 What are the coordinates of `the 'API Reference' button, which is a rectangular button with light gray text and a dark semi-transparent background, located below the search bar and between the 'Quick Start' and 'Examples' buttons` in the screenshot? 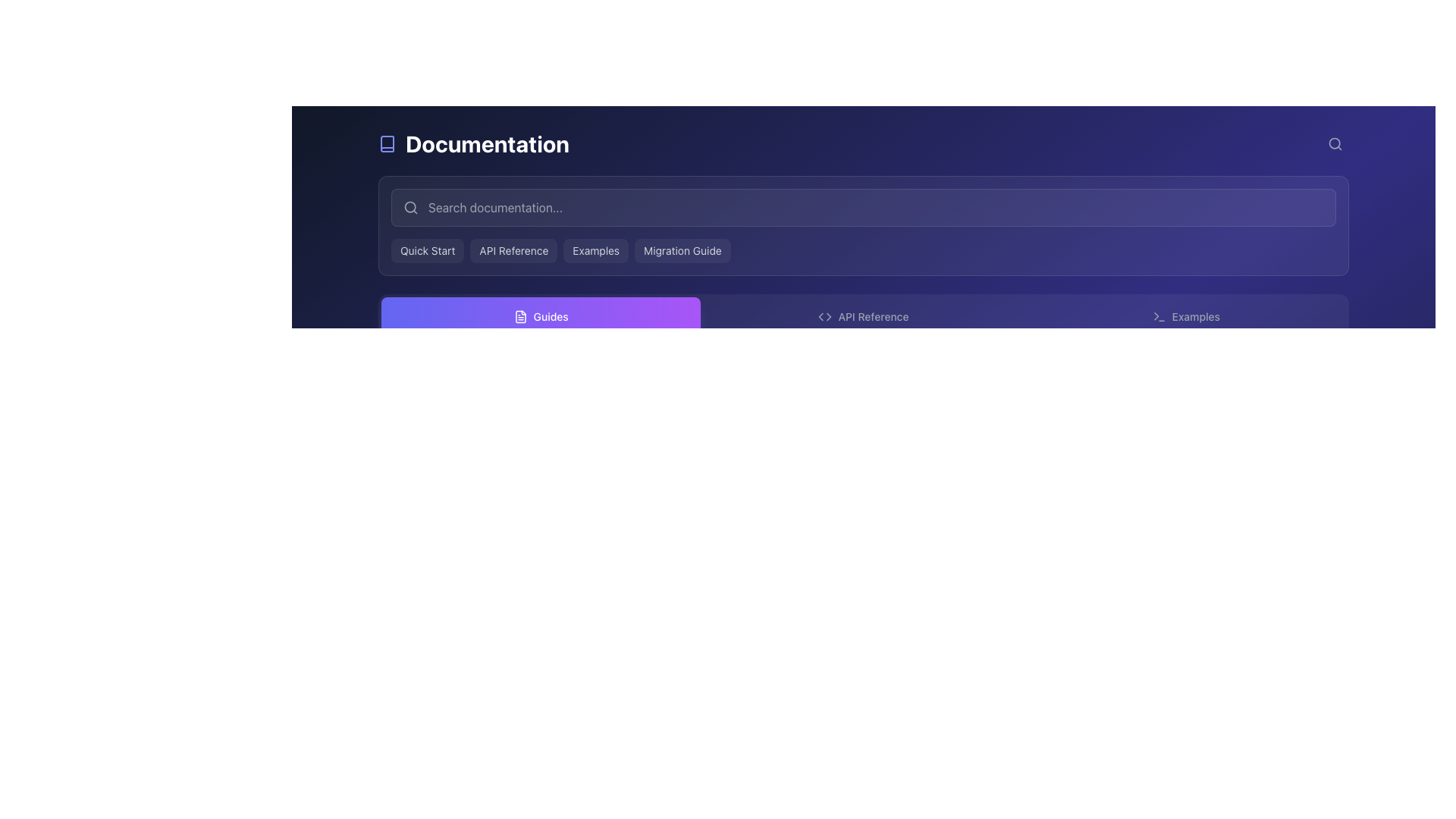 It's located at (513, 250).